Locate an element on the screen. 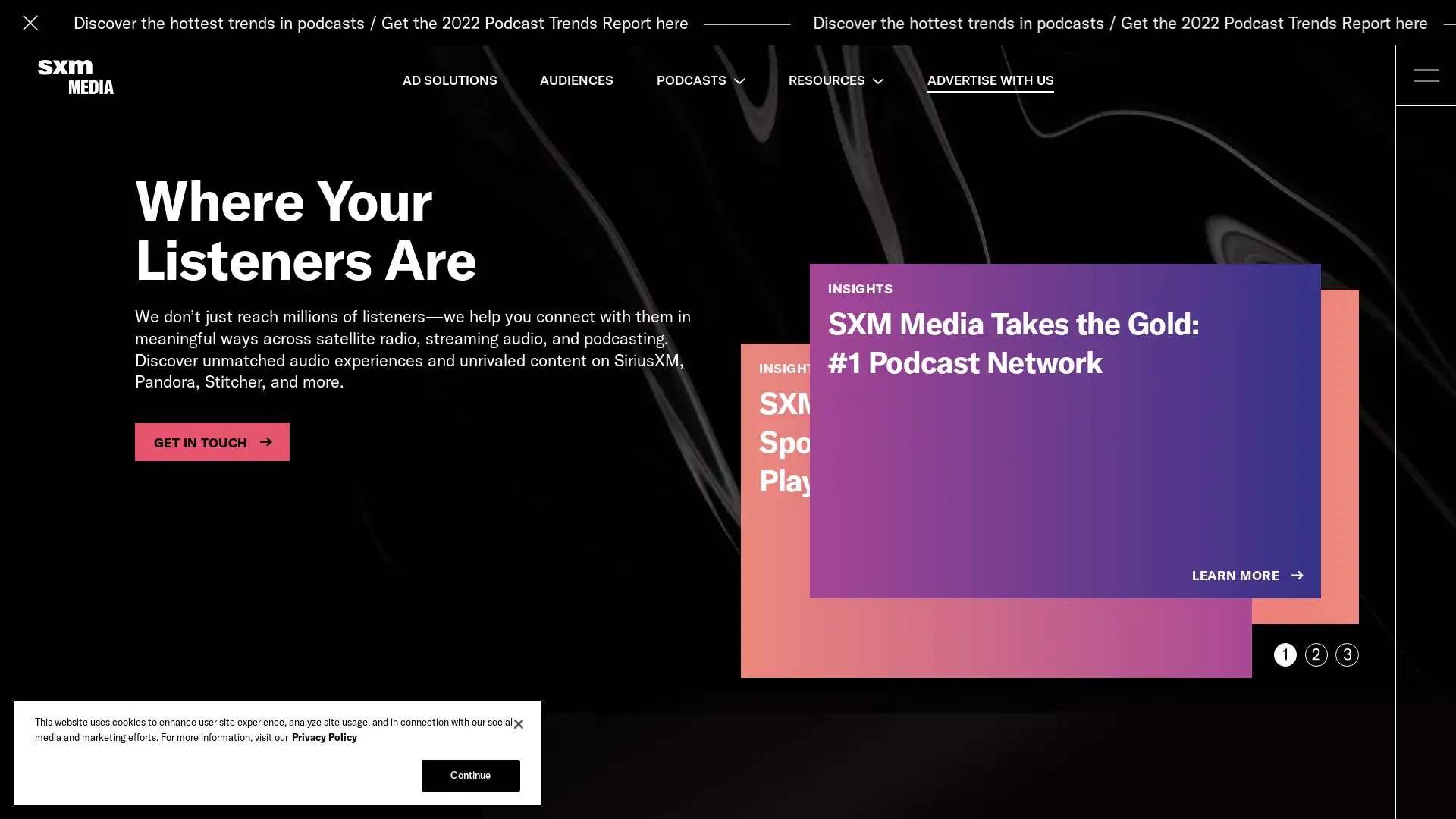 The width and height of the screenshot is (1456, 819). GET IN TOUCH is located at coordinates (211, 441).